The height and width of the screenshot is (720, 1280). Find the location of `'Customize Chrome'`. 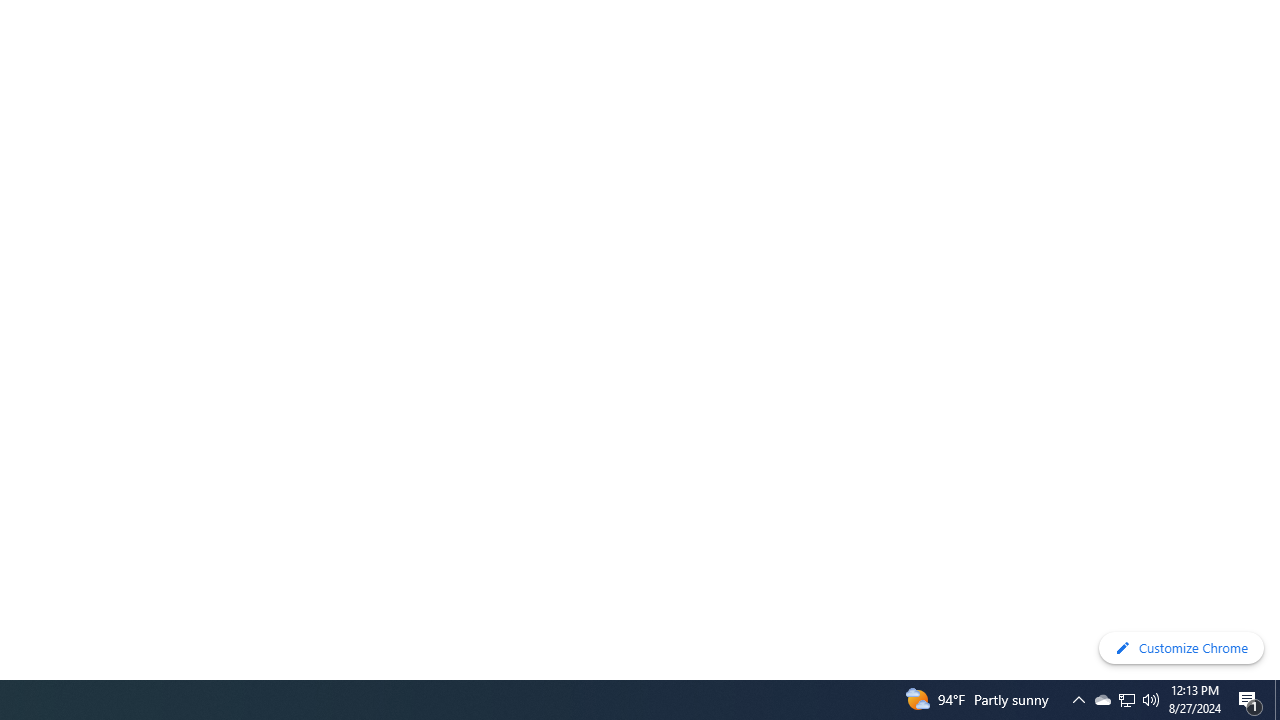

'Customize Chrome' is located at coordinates (1181, 648).